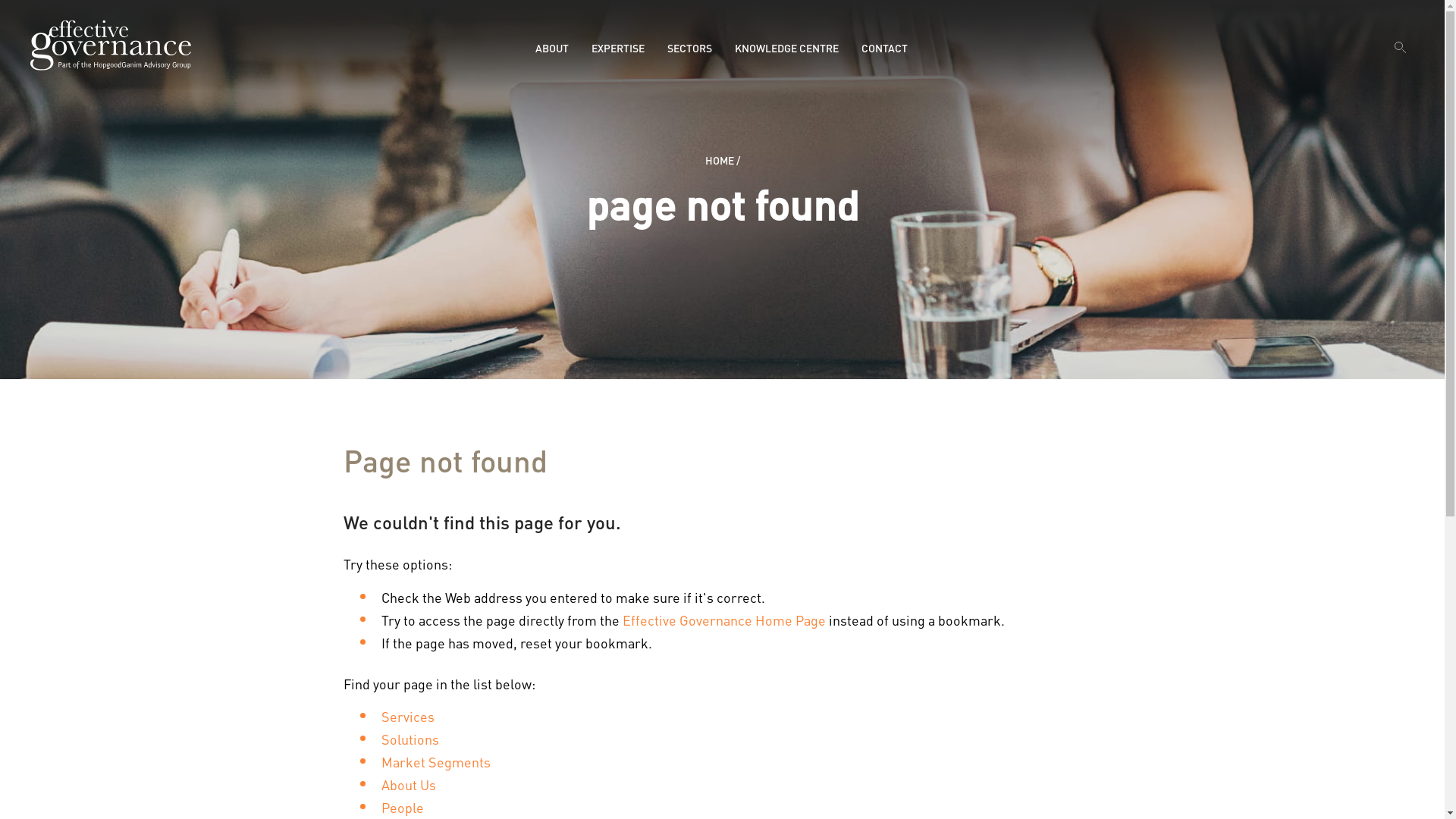  What do you see at coordinates (435, 761) in the screenshot?
I see `'Market Segments'` at bounding box center [435, 761].